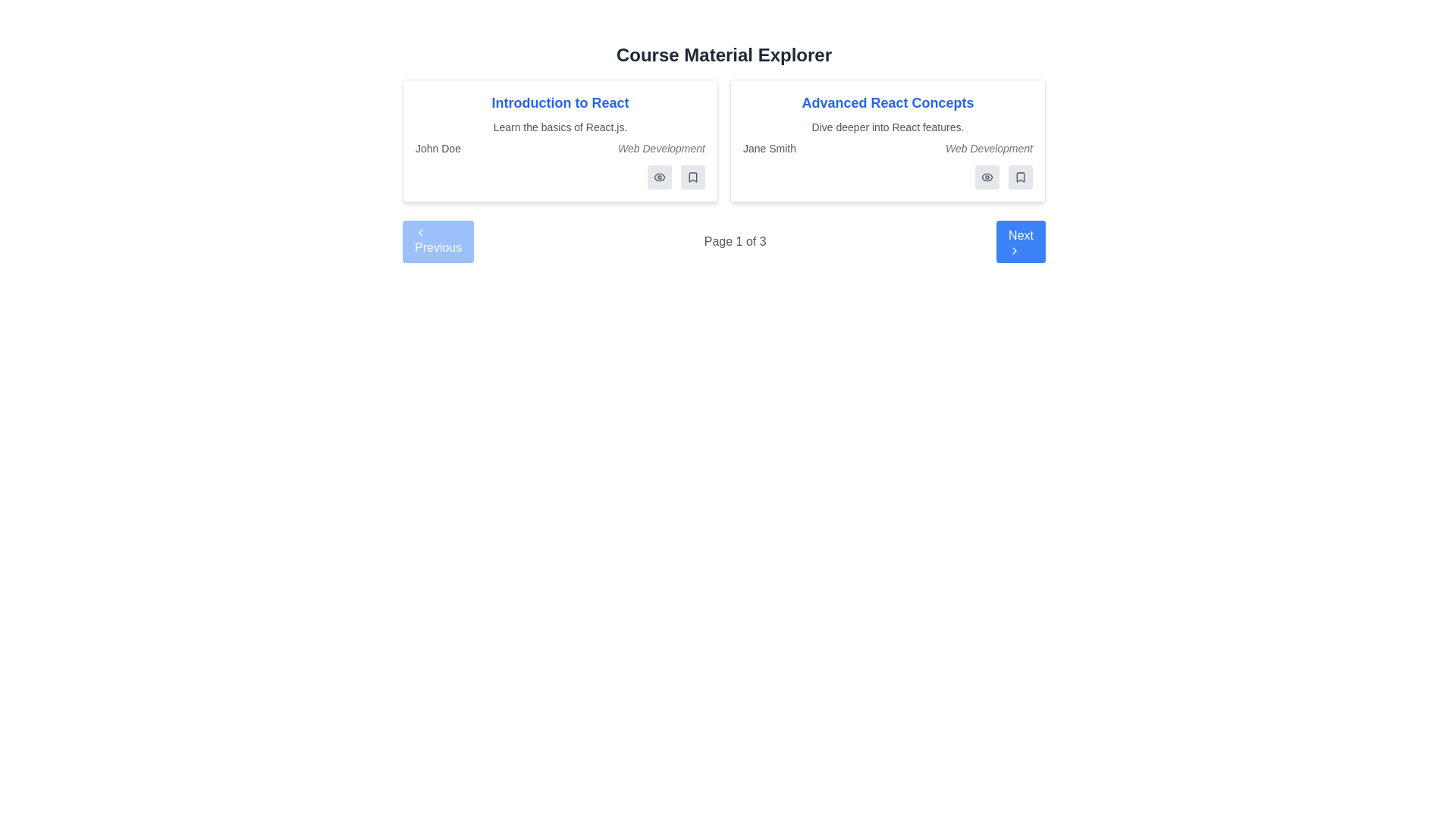  Describe the element at coordinates (1020, 177) in the screenshot. I see `the bookmark icon located in the bottom-right corner of the 'Advanced React Concepts' card` at that location.